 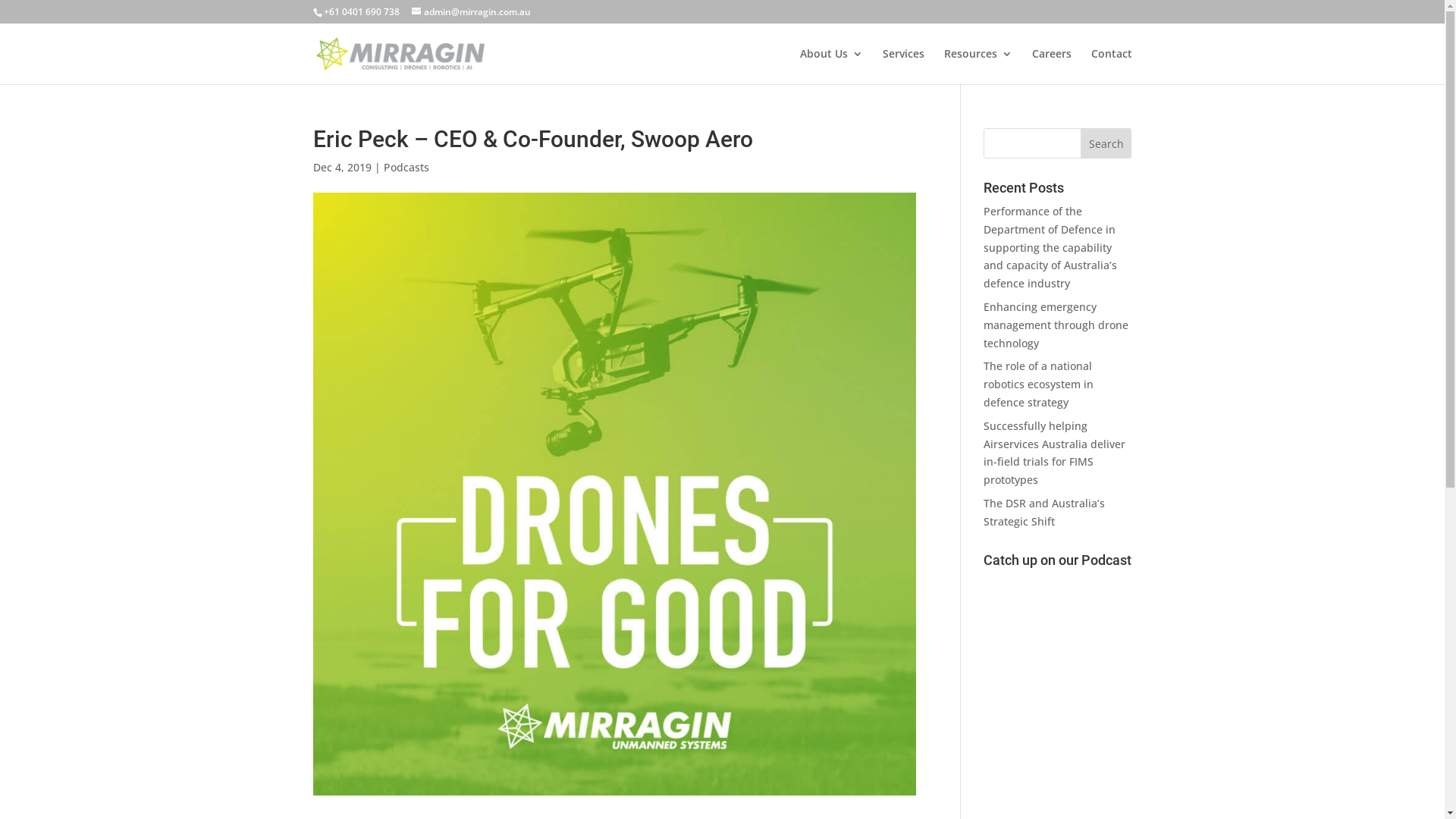 What do you see at coordinates (406, 167) in the screenshot?
I see `'Podcasts'` at bounding box center [406, 167].